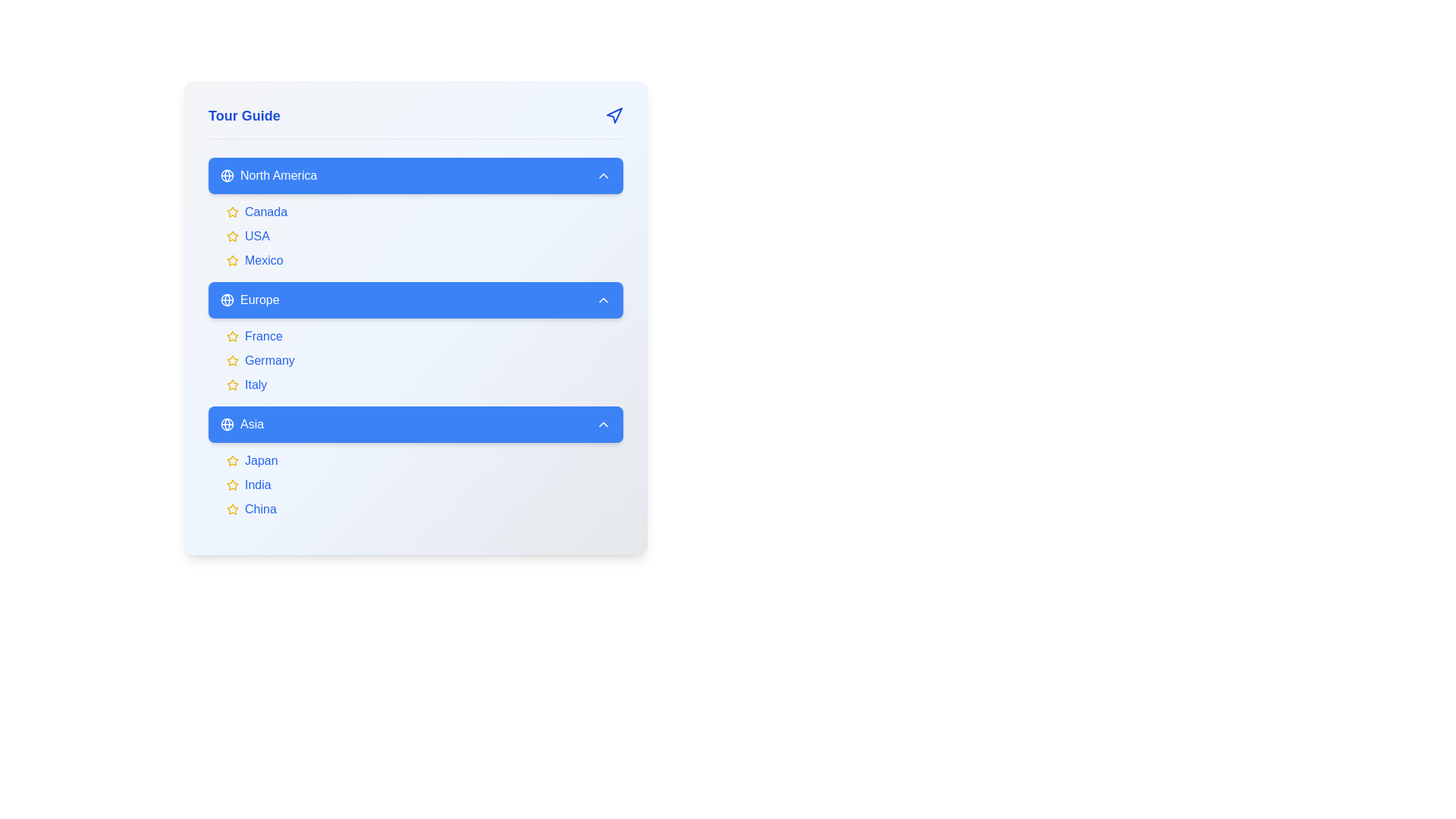  I want to click on the collapsible toggle button for 'Europe', so click(416, 300).